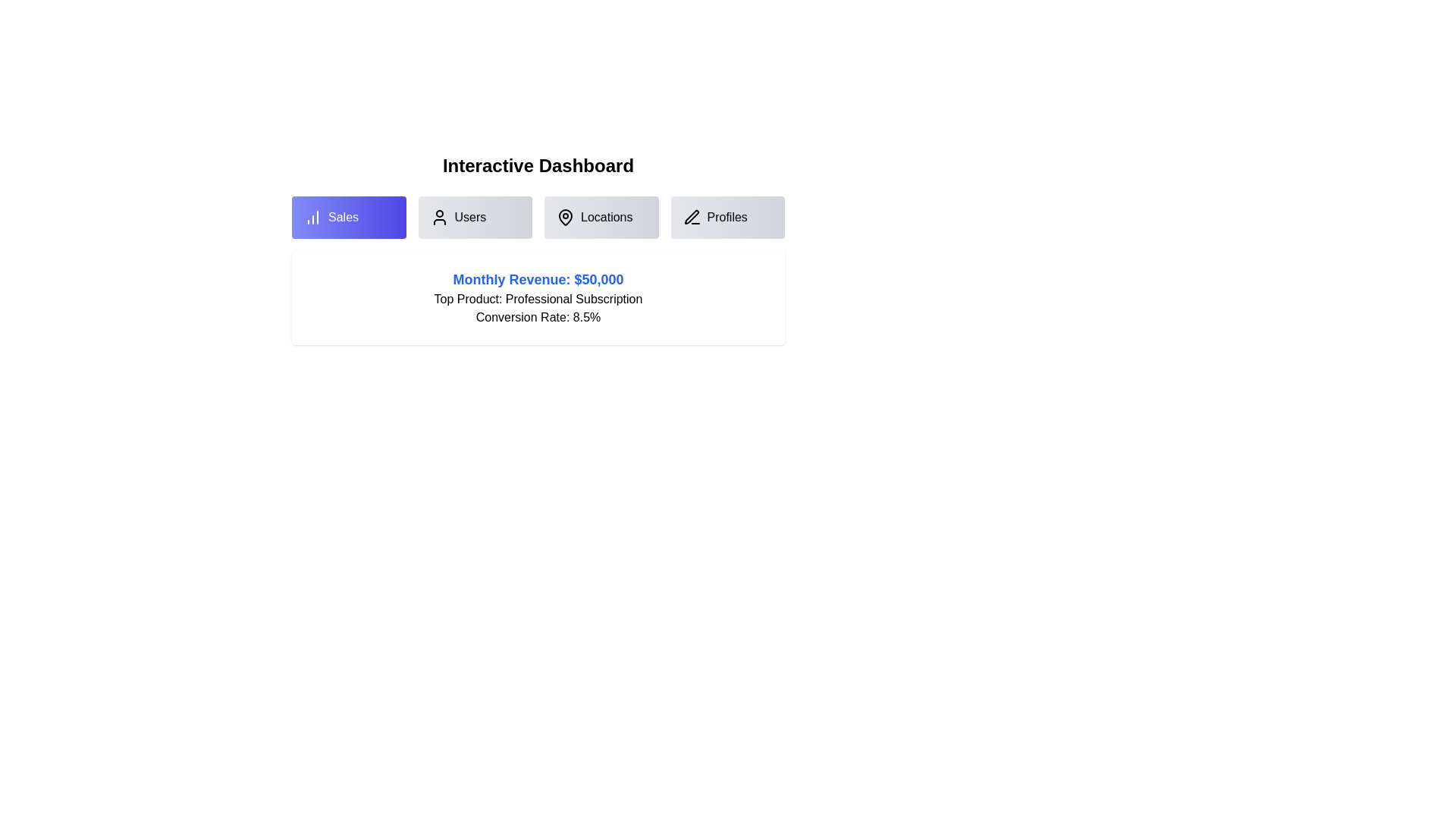 The image size is (1456, 819). I want to click on the icon integrated within the 'Users' button, which indicates user-related settings or data, so click(438, 217).